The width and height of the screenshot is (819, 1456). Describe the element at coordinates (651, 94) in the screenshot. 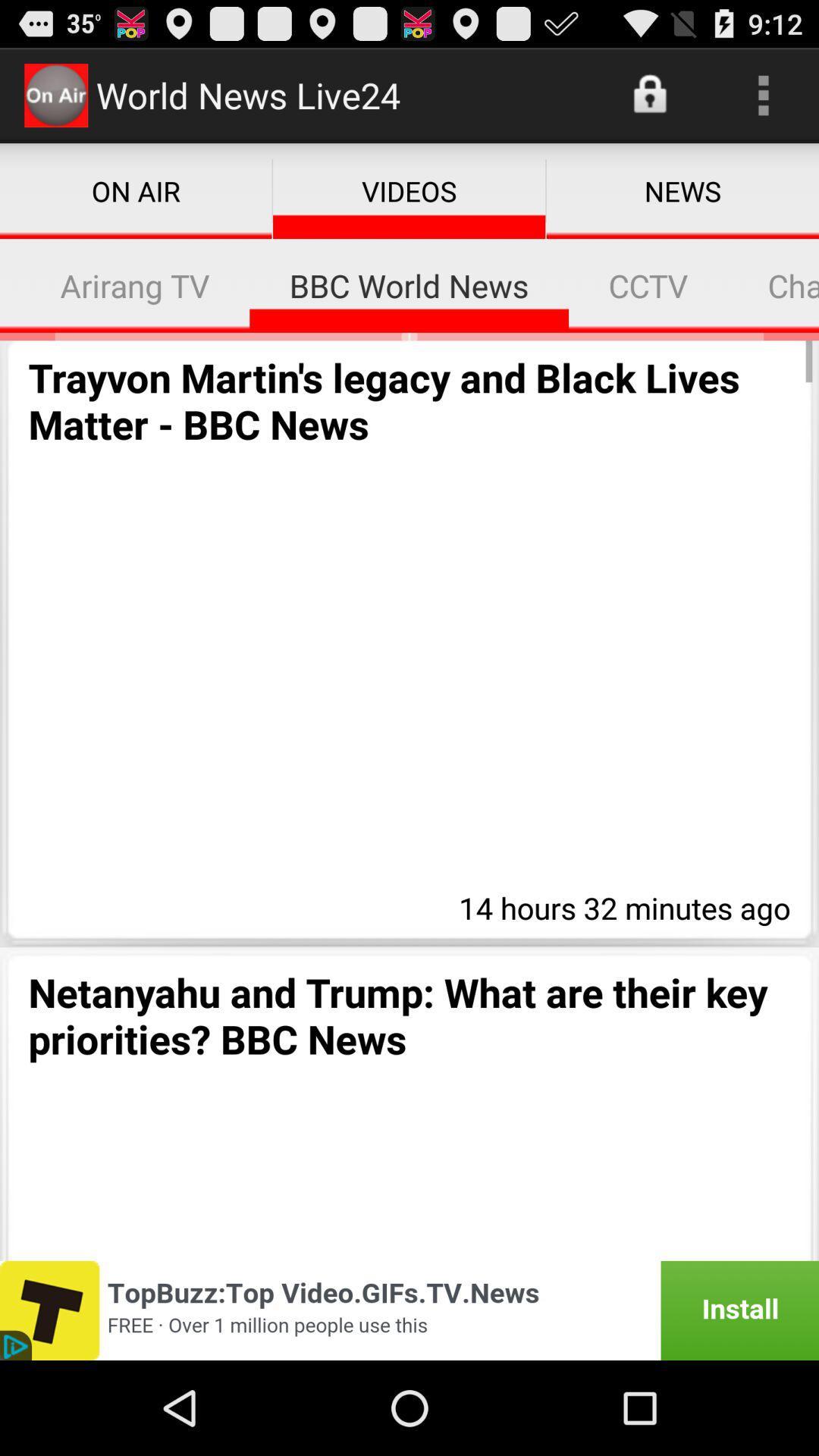

I see `the app above news app` at that location.